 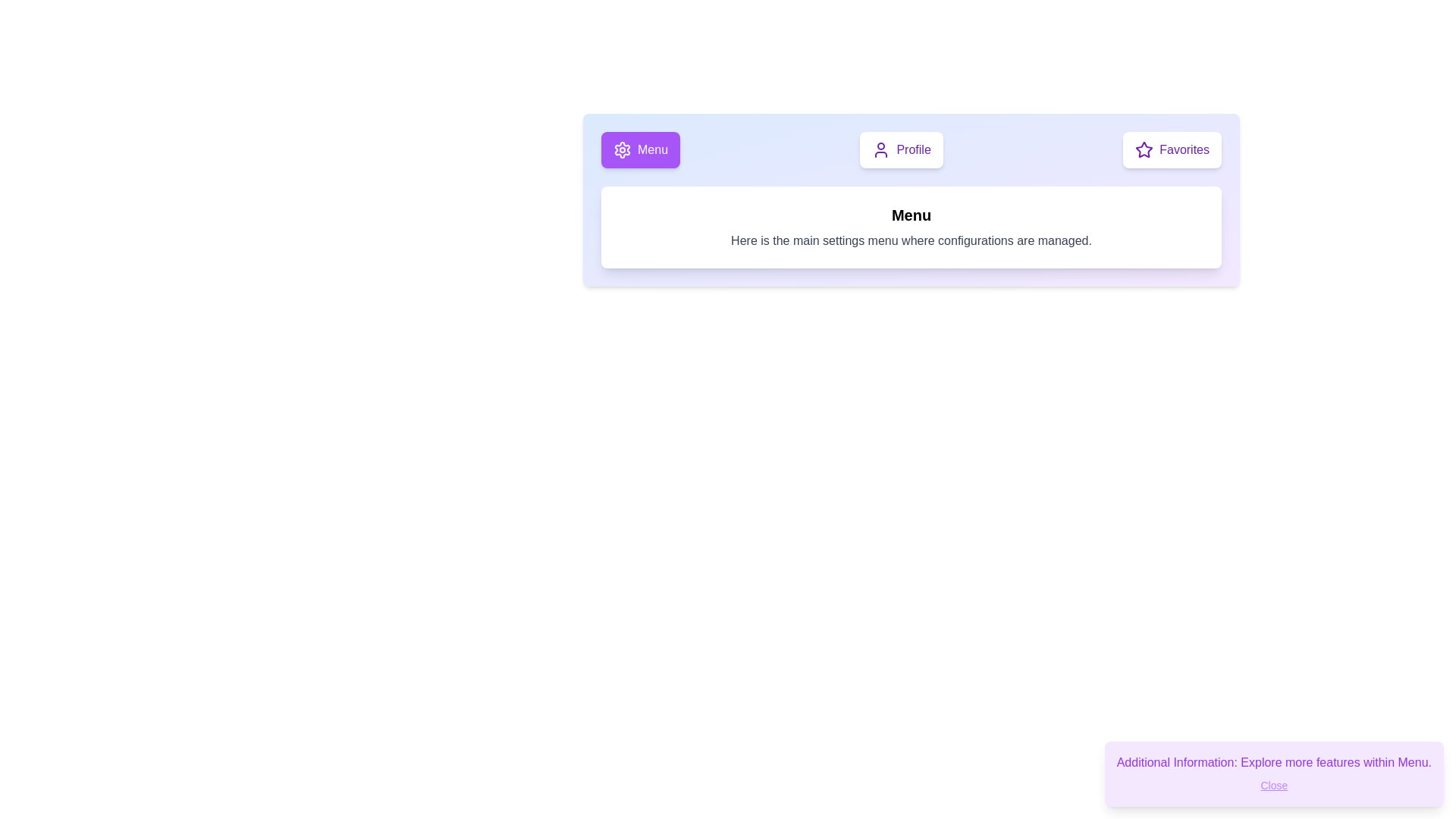 What do you see at coordinates (910, 240) in the screenshot?
I see `the text element displaying 'Here is the main settings menu where configurations are managed.' which is located beneath the 'Menu' title` at bounding box center [910, 240].